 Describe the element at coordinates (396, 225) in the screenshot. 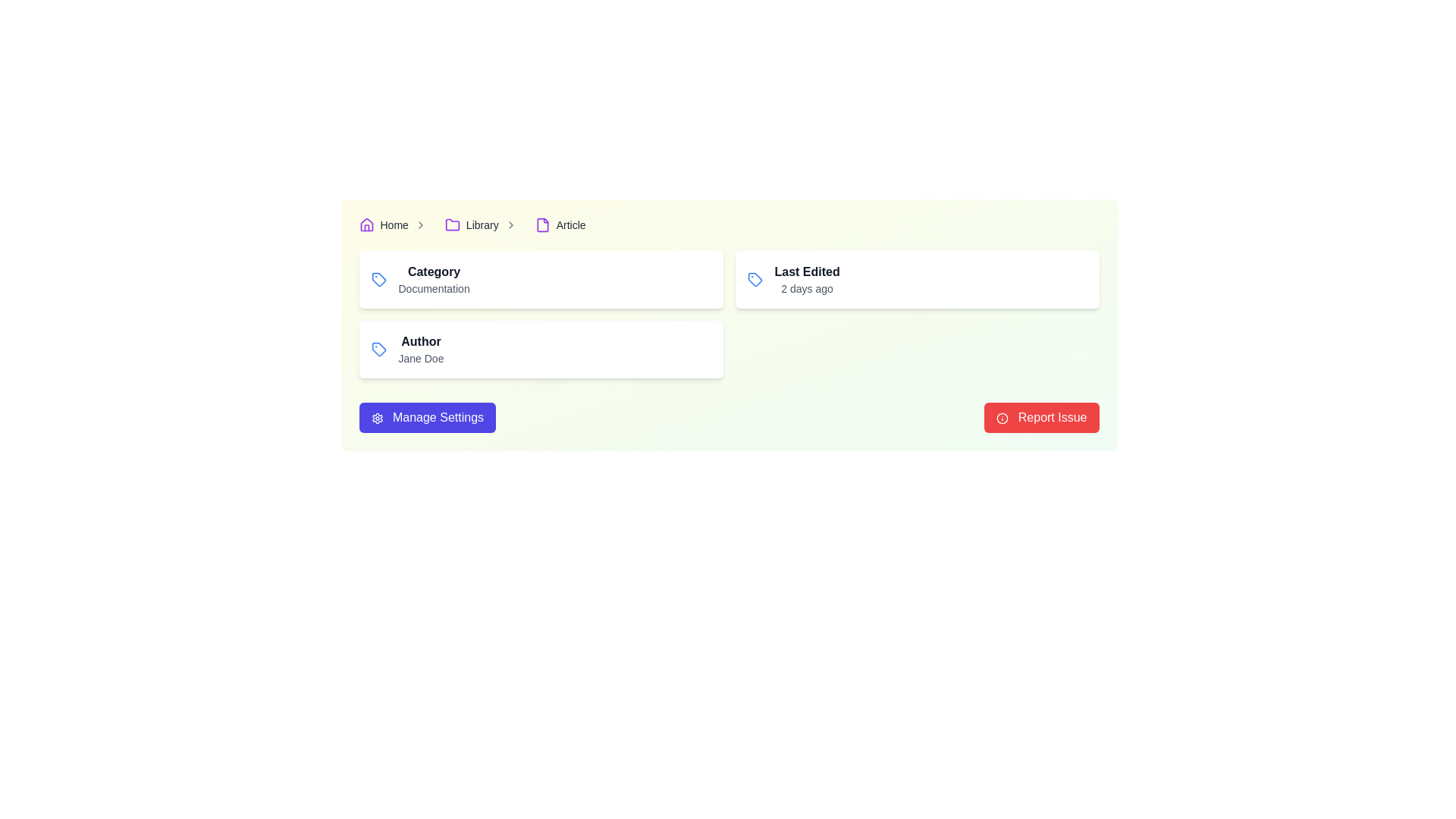

I see `the first segment of the breadcrumb navigation bar at the top of the interface` at that location.